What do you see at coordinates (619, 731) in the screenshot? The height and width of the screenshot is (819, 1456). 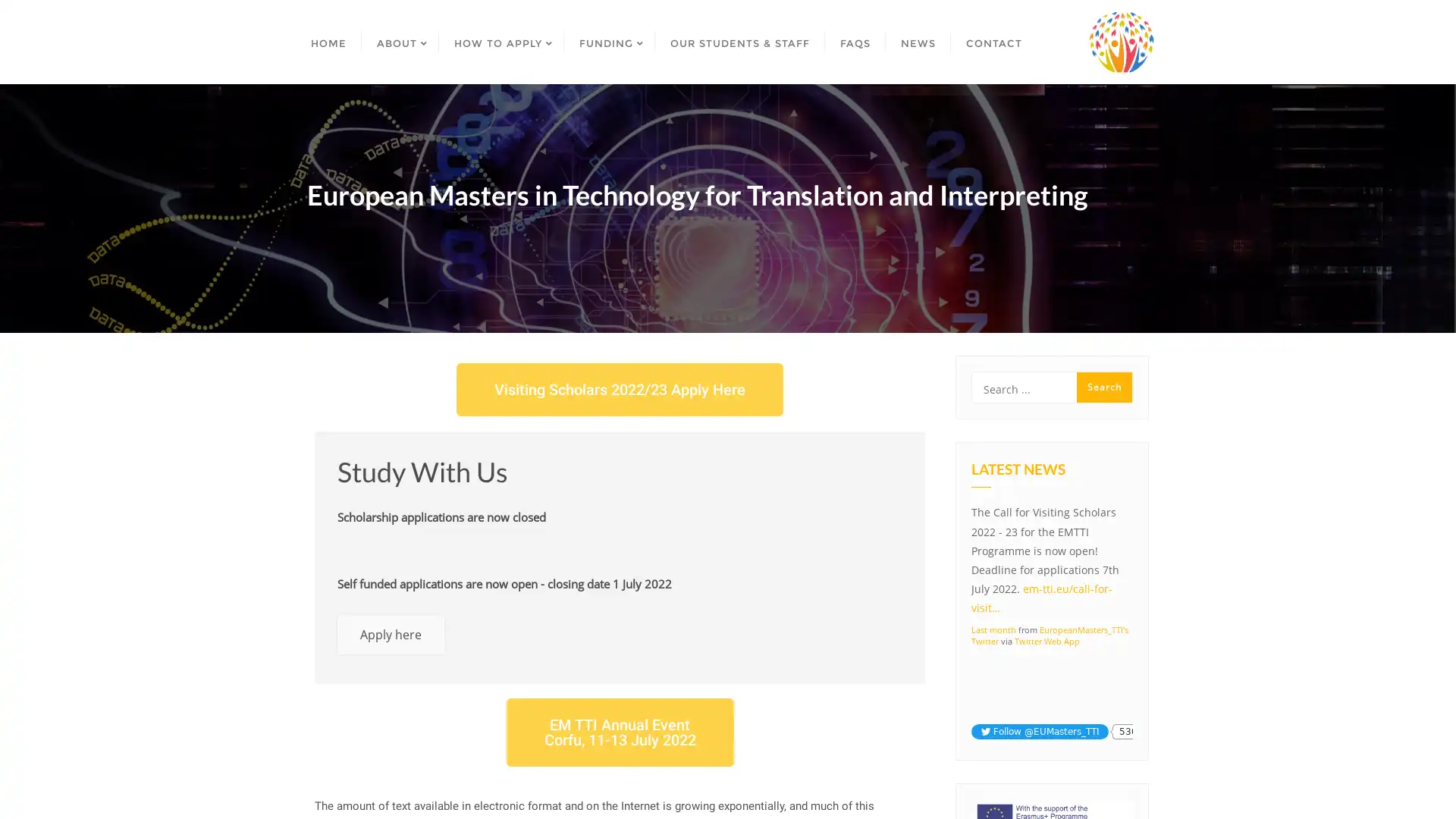 I see `EM TTI Annual Event Corfu, 11-13 July 2022` at bounding box center [619, 731].